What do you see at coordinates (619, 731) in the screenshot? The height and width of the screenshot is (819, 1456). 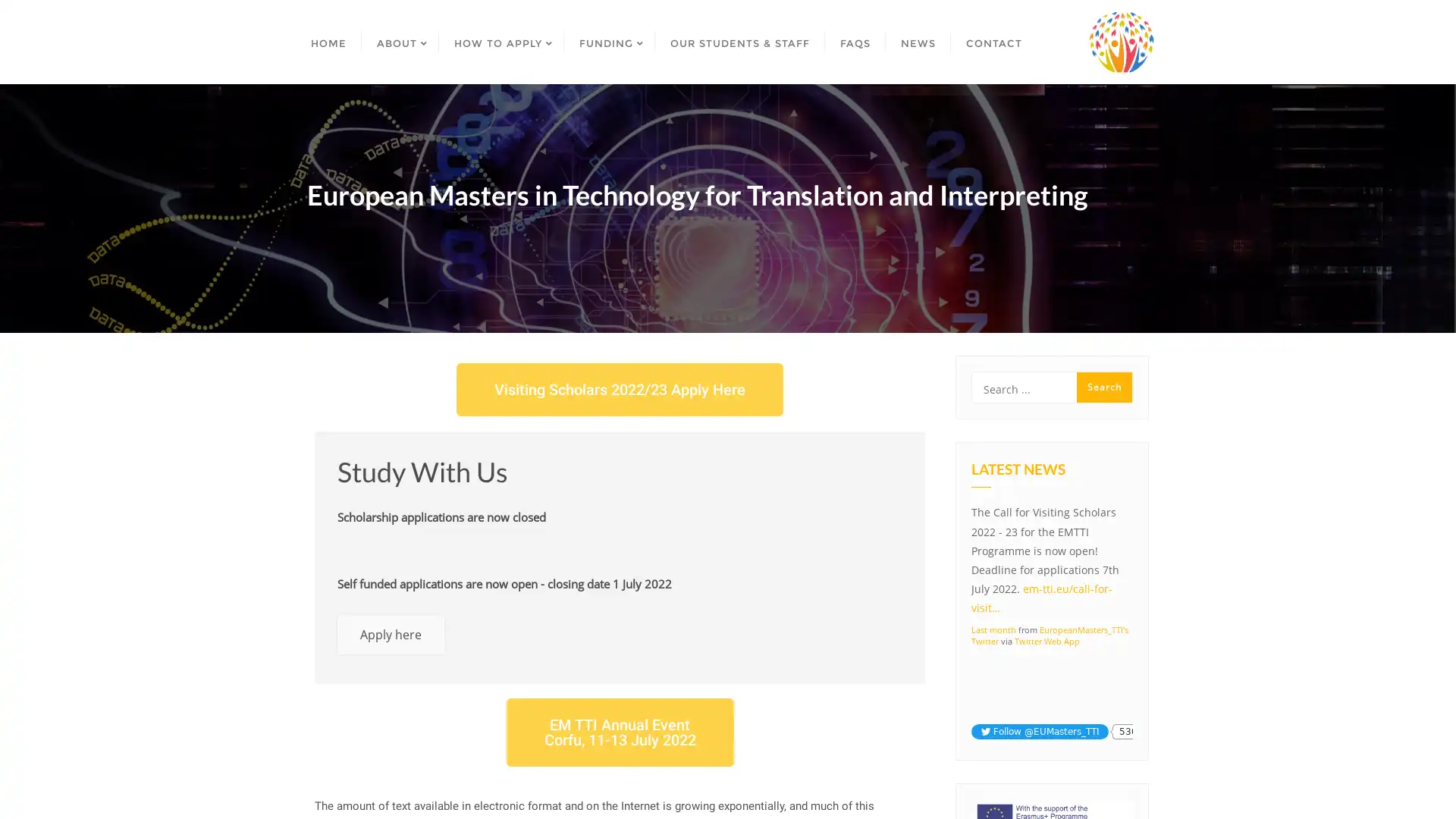 I see `EM TTI Annual Event Corfu, 11-13 July 2022` at bounding box center [619, 731].